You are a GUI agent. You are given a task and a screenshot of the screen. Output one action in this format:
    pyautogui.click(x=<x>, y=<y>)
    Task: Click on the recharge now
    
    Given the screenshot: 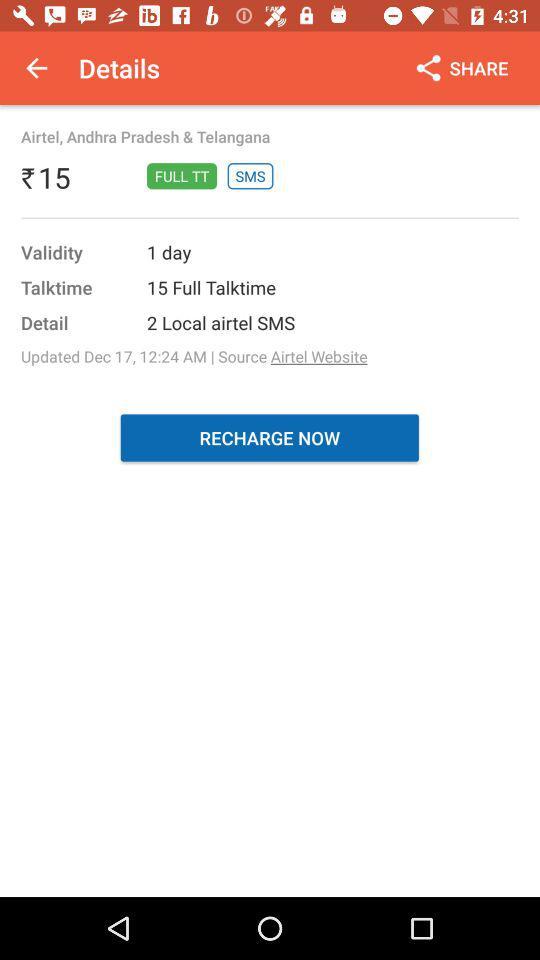 What is the action you would take?
    pyautogui.click(x=269, y=437)
    